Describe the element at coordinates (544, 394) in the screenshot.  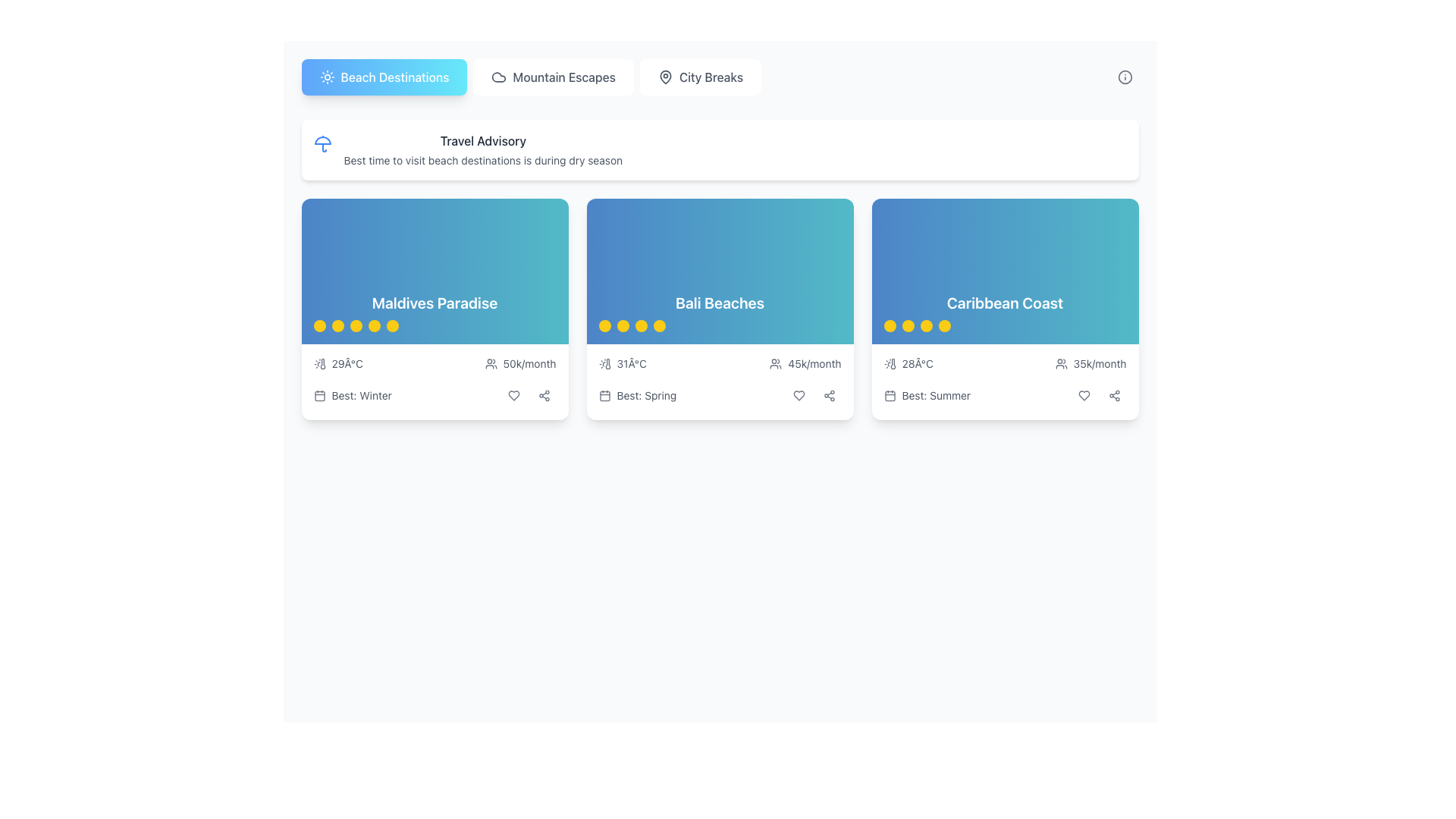
I see `the share button located at the bottom-right corner of the third destination card` at that location.